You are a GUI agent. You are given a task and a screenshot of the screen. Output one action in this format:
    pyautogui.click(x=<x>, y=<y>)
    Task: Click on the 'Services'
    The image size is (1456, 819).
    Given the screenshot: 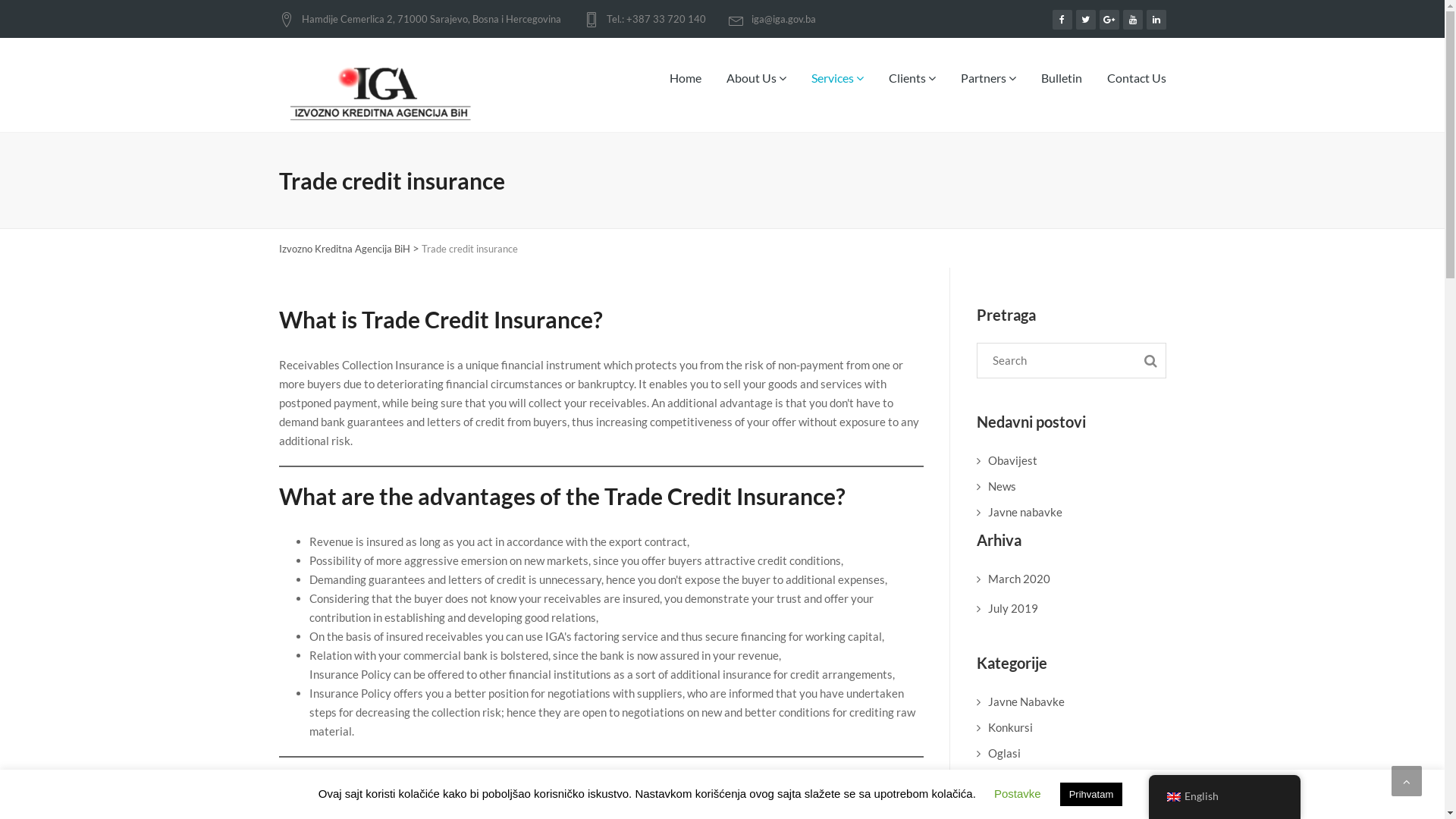 What is the action you would take?
    pyautogui.click(x=799, y=89)
    